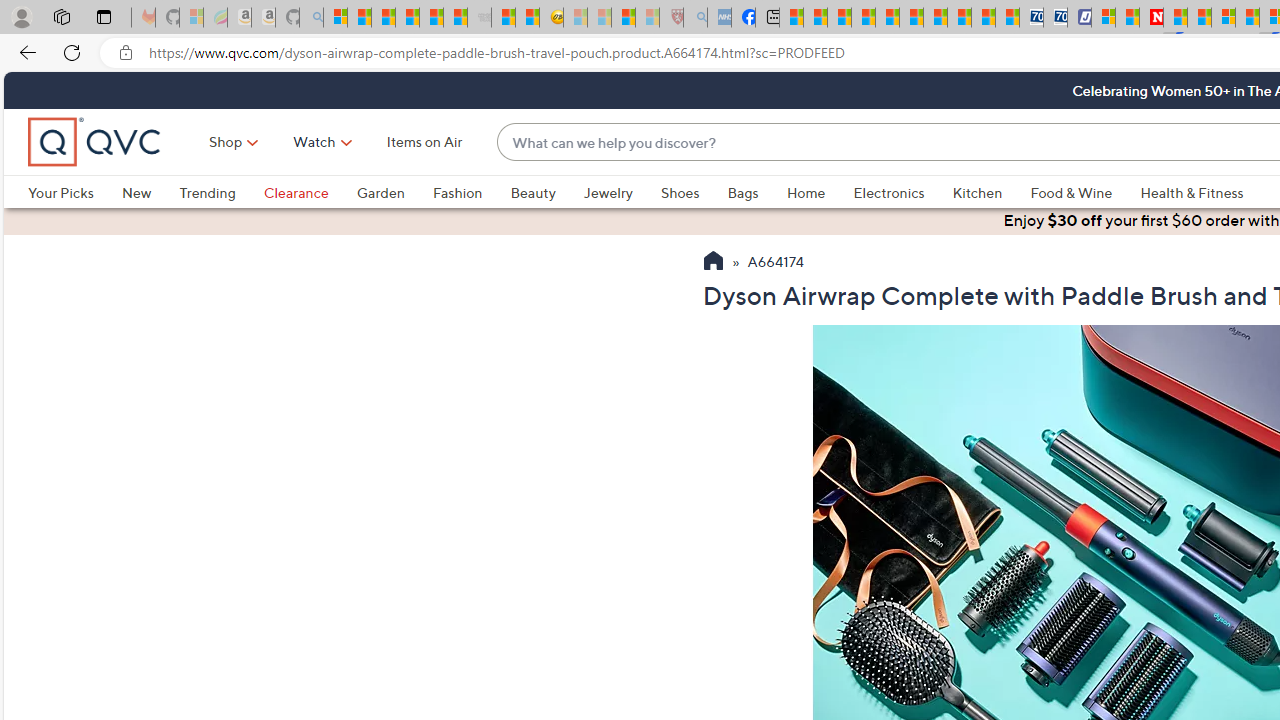 This screenshot has width=1280, height=720. Describe the element at coordinates (1071, 192) in the screenshot. I see `'Food & Wine'` at that location.